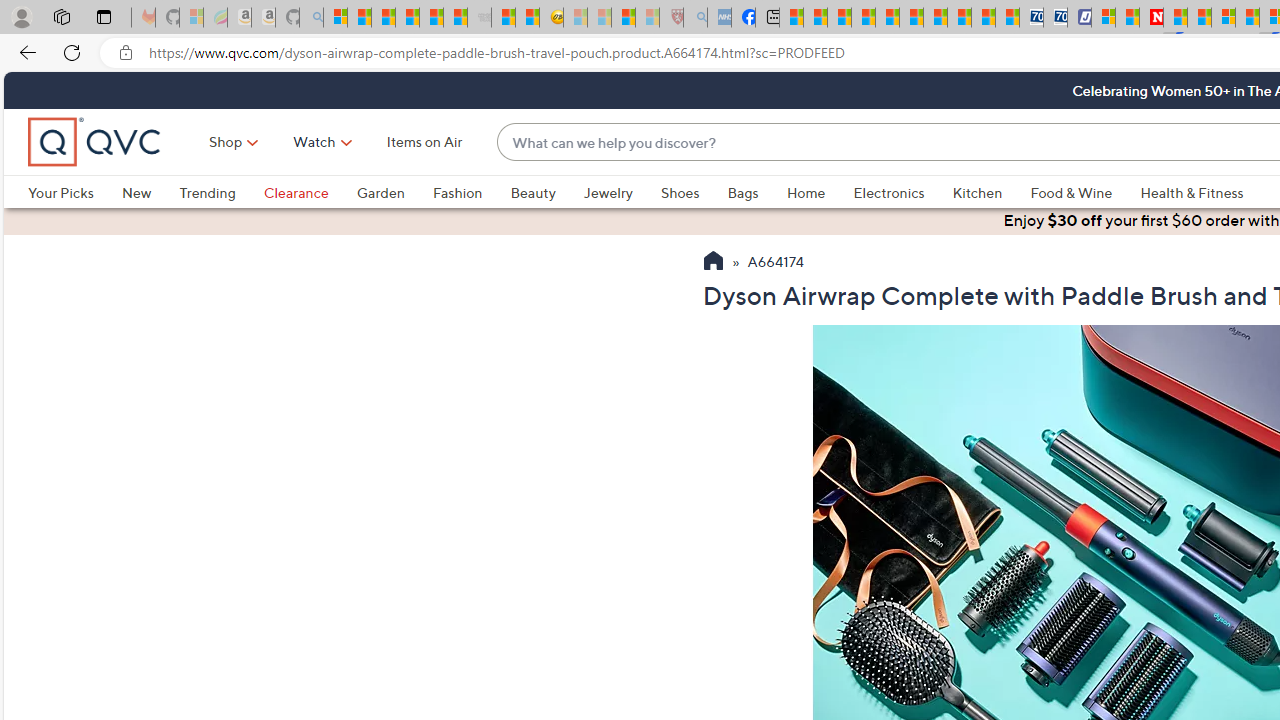 This screenshot has width=1280, height=720. Describe the element at coordinates (1071, 192) in the screenshot. I see `'Food & Wine'` at that location.